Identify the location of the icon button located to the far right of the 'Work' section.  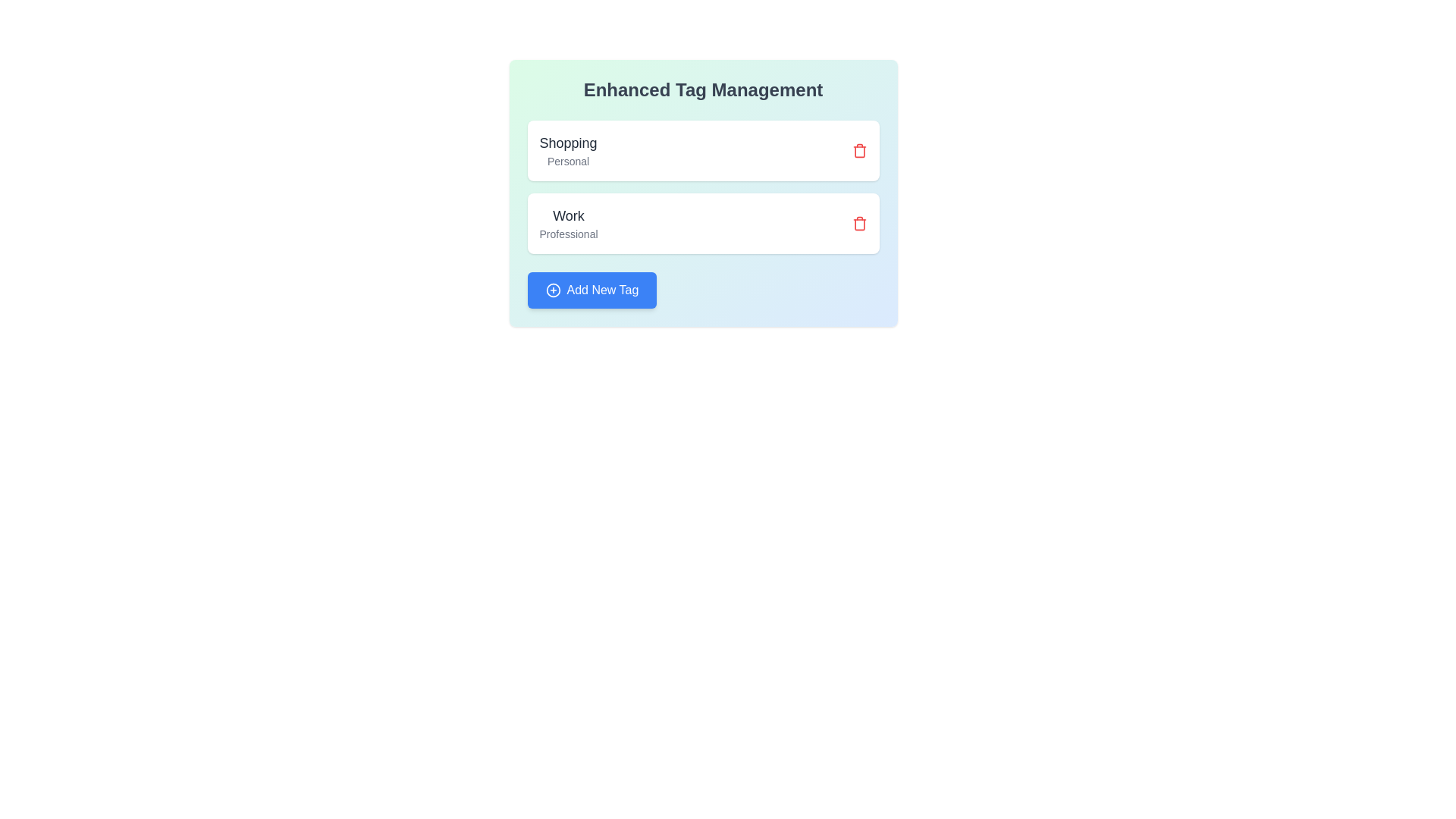
(859, 223).